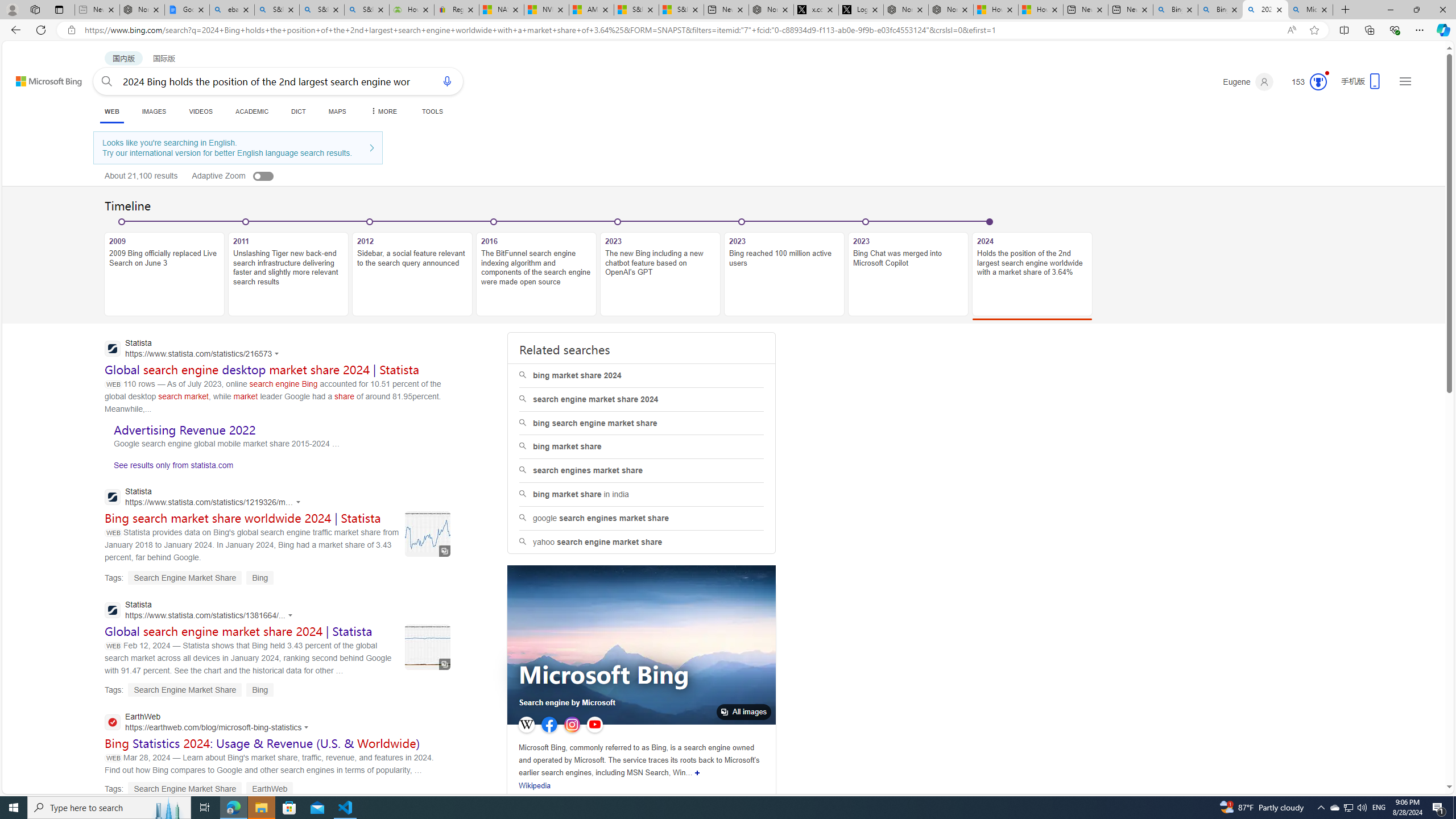 Image resolution: width=1456 pixels, height=819 pixels. What do you see at coordinates (243, 518) in the screenshot?
I see `'Bing search market share worldwide 2024 | Statista'` at bounding box center [243, 518].